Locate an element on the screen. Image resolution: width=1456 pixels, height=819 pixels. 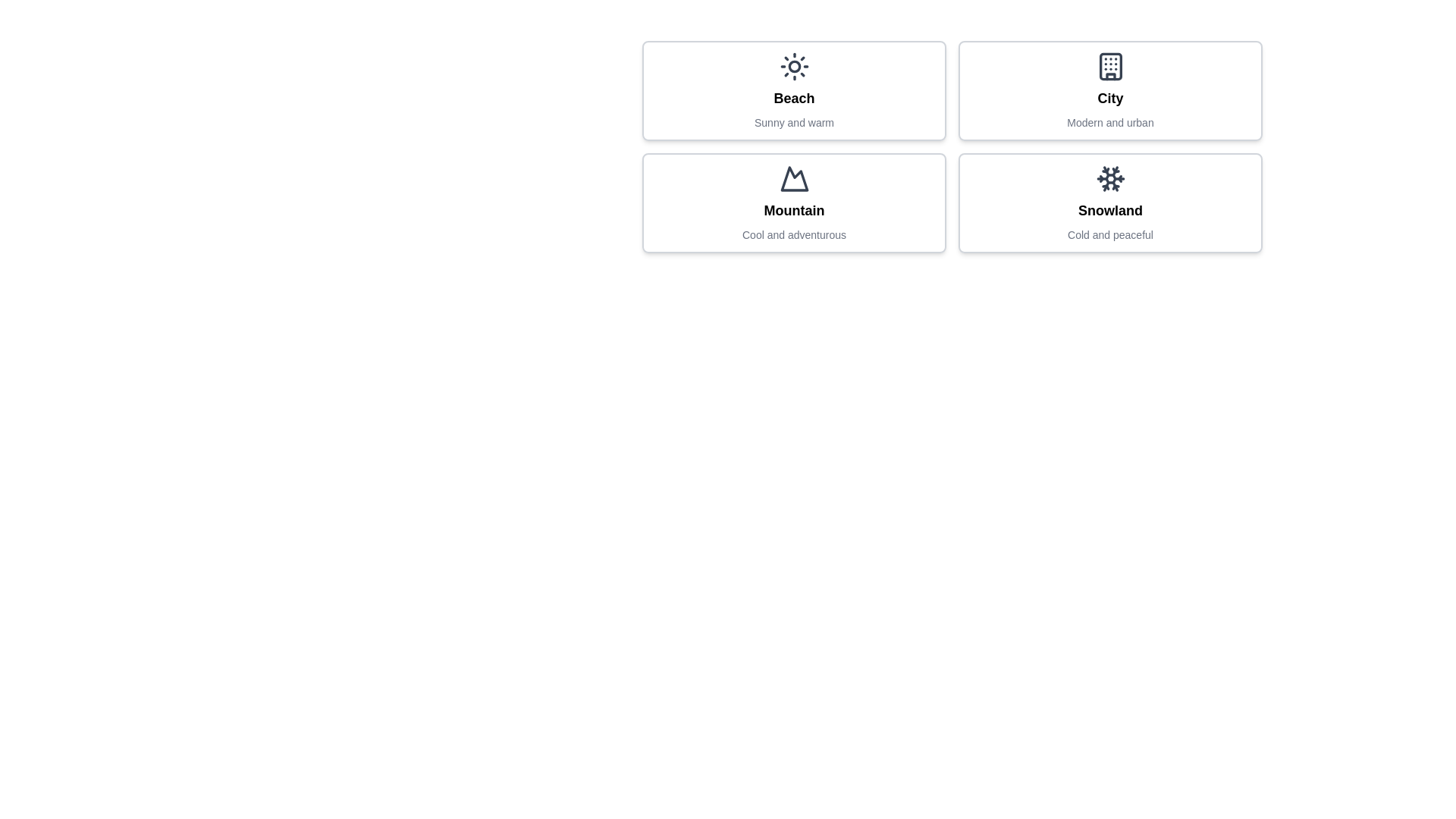
the description label for the 'Mountain' card, which provides additional context ('Cool and adventurous') and is located beneath the 'Mountain' label in a bordered and shadowed card is located at coordinates (793, 234).